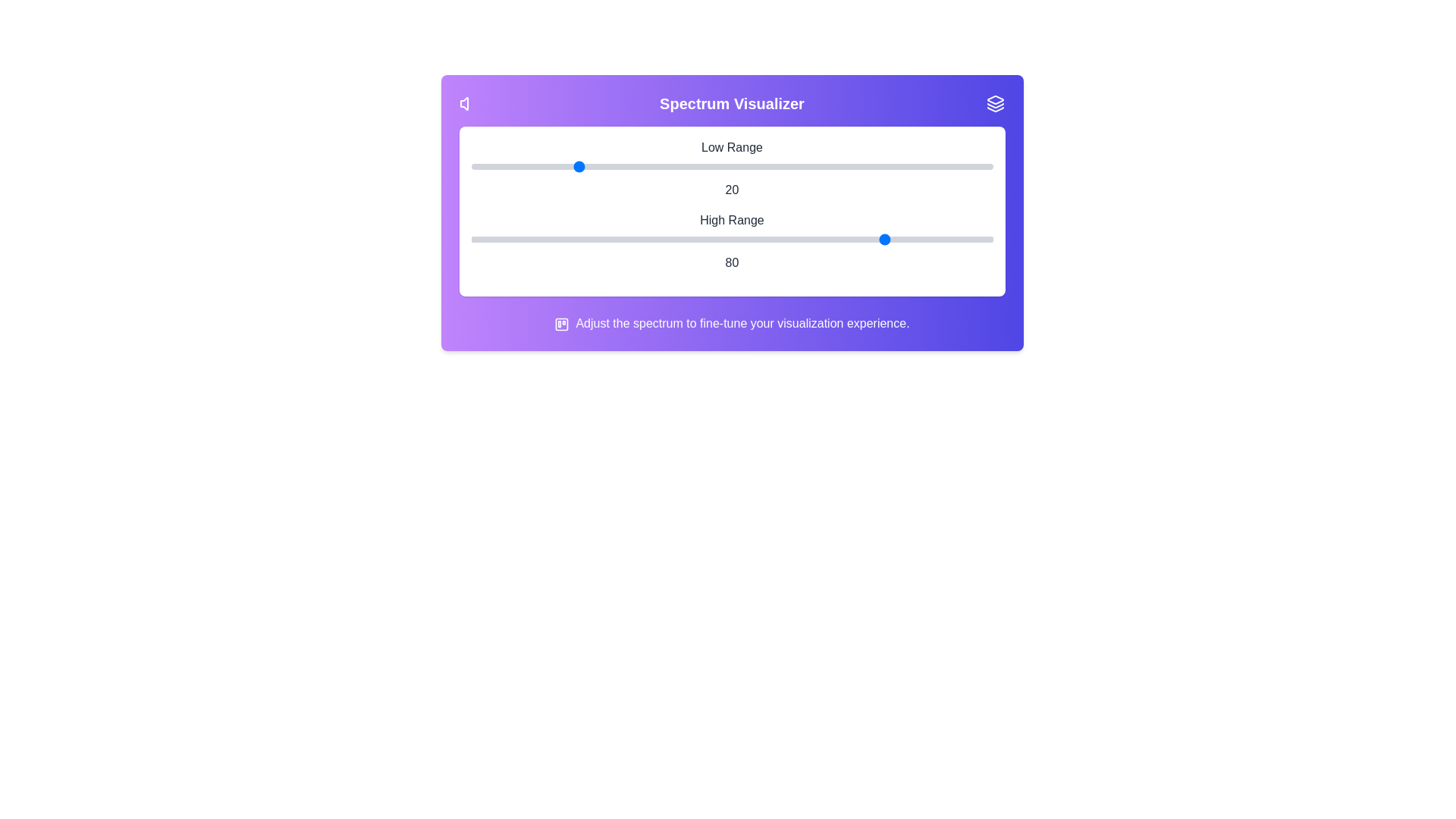  Describe the element at coordinates (961, 166) in the screenshot. I see `the low range slider to 94` at that location.